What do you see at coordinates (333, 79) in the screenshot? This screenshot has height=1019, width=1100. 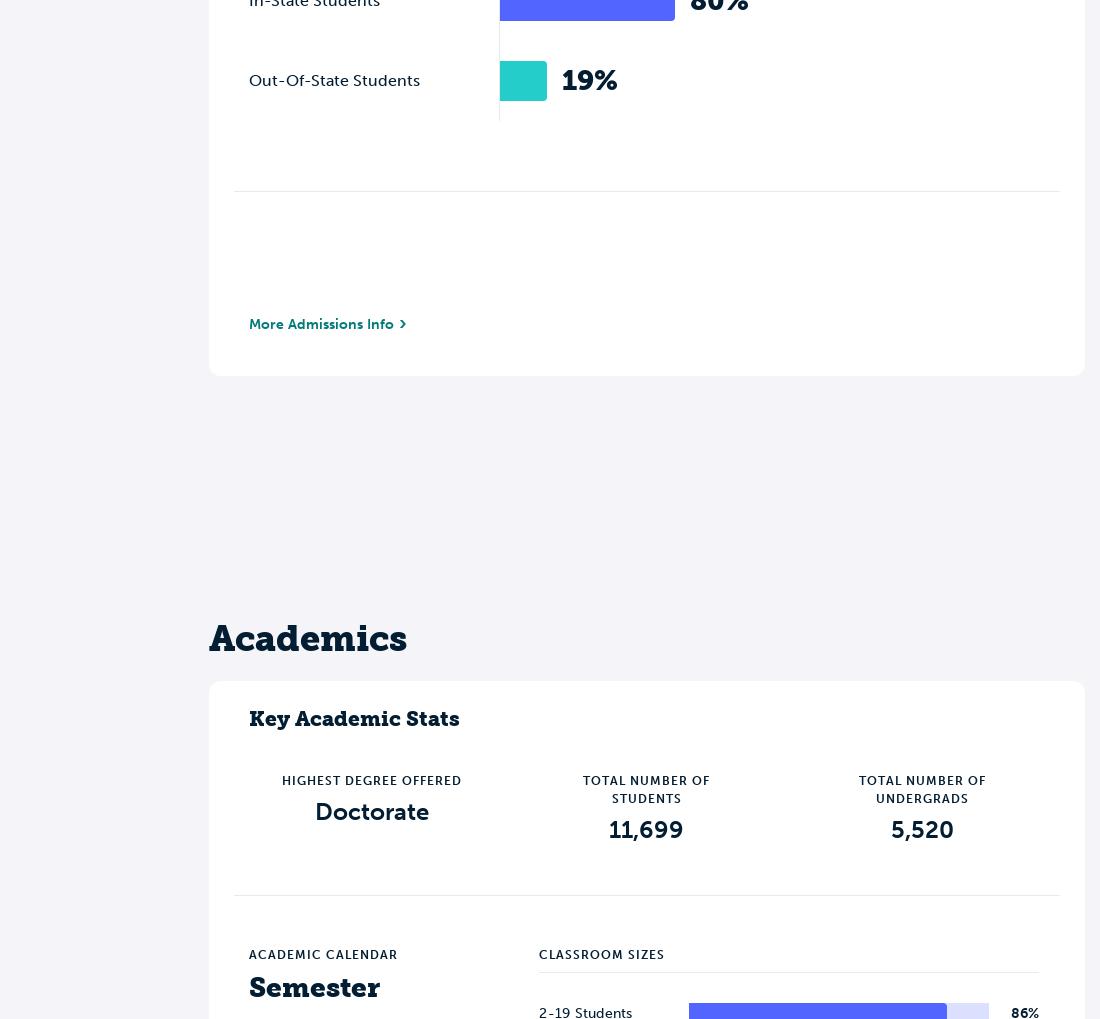 I see `'Out-Of-State Students'` at bounding box center [333, 79].